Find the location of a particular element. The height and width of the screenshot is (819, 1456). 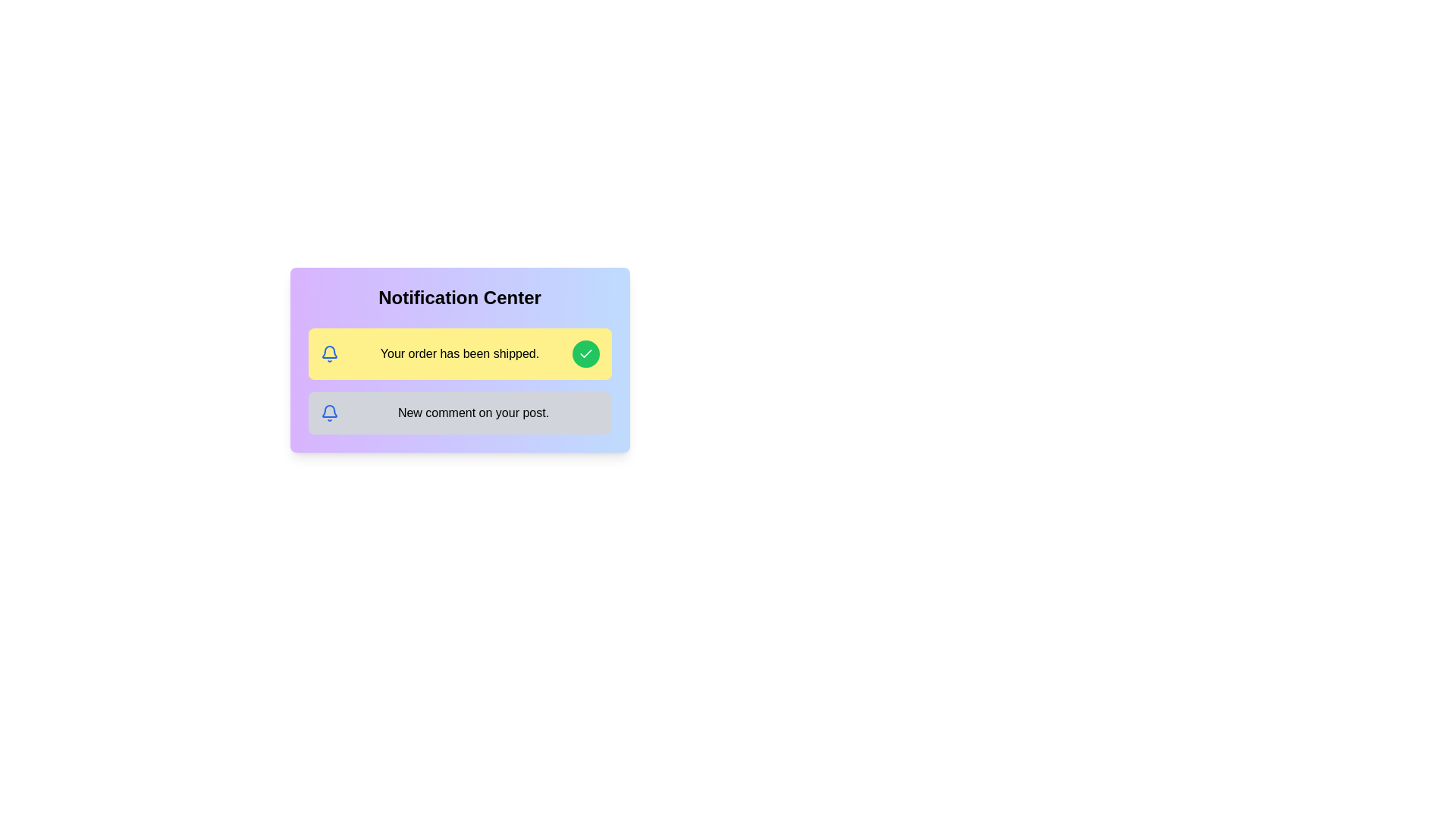

notification item that displays a bell icon and the text 'New comment on your post.' This is the second notification in the 'Notification Center.' is located at coordinates (459, 413).